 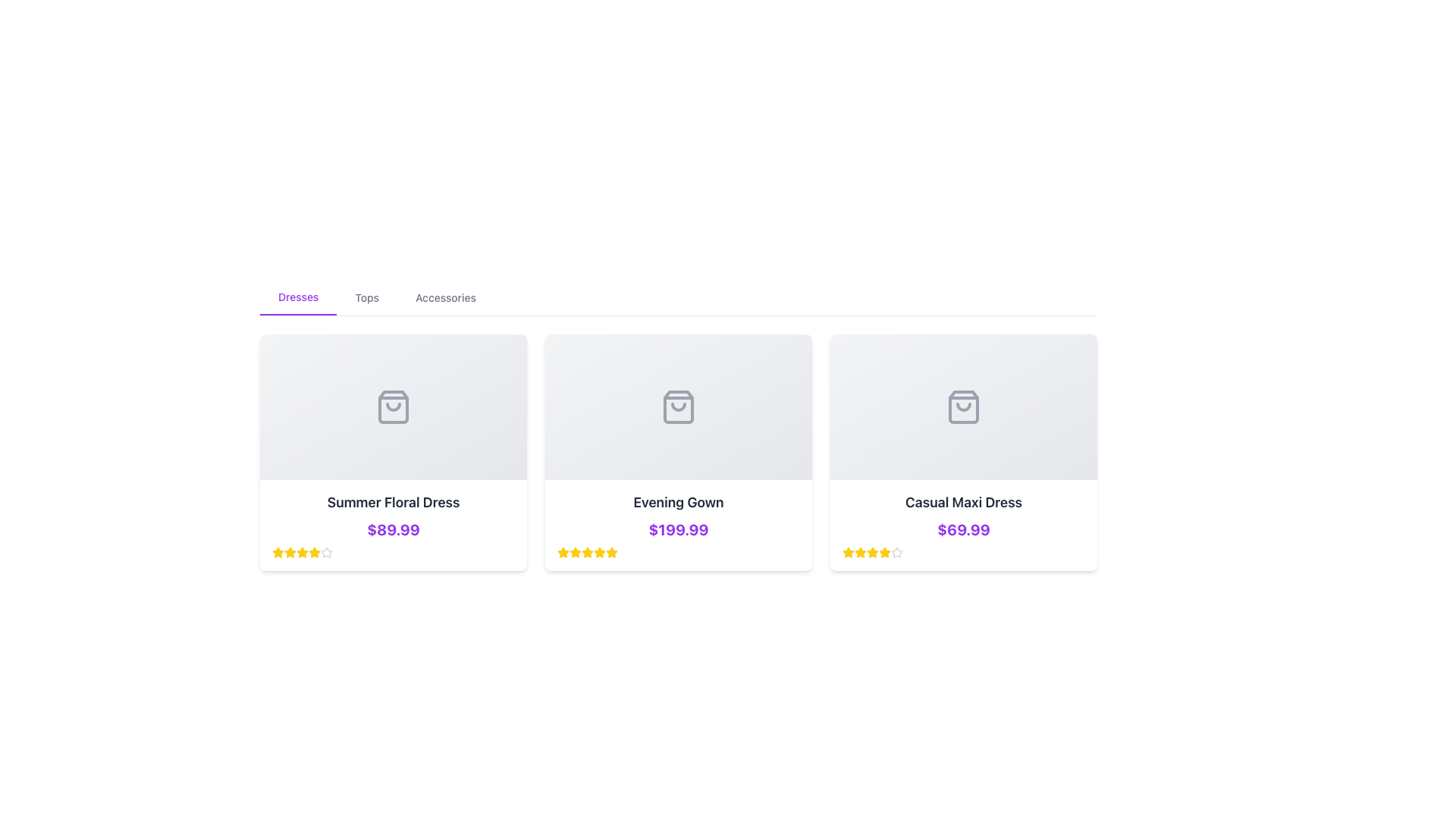 I want to click on the sixth yellow star icon in the rating sequence below the 'Summer Floral Dress' card, so click(x=313, y=553).